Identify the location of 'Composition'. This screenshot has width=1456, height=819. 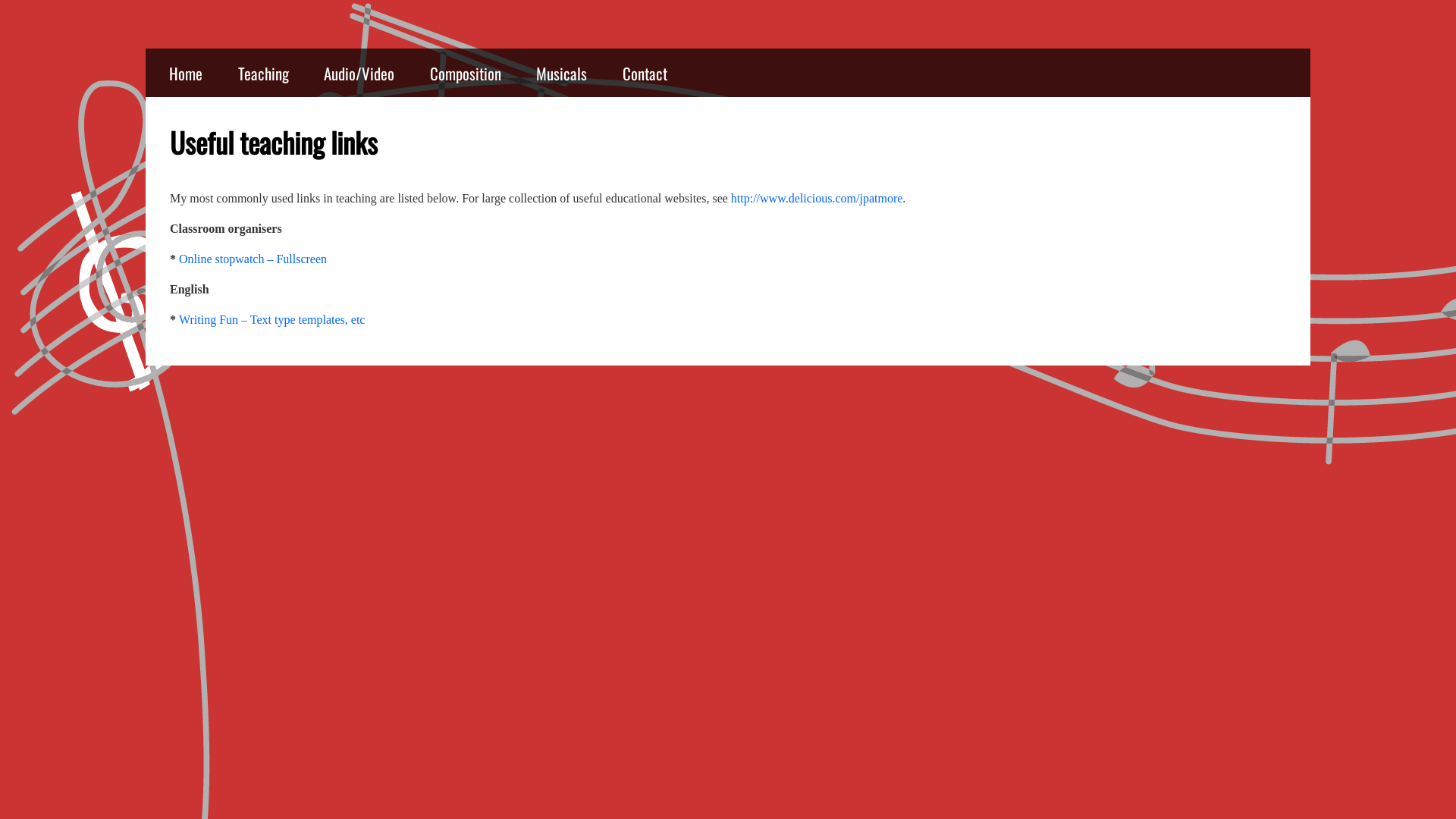
(465, 73).